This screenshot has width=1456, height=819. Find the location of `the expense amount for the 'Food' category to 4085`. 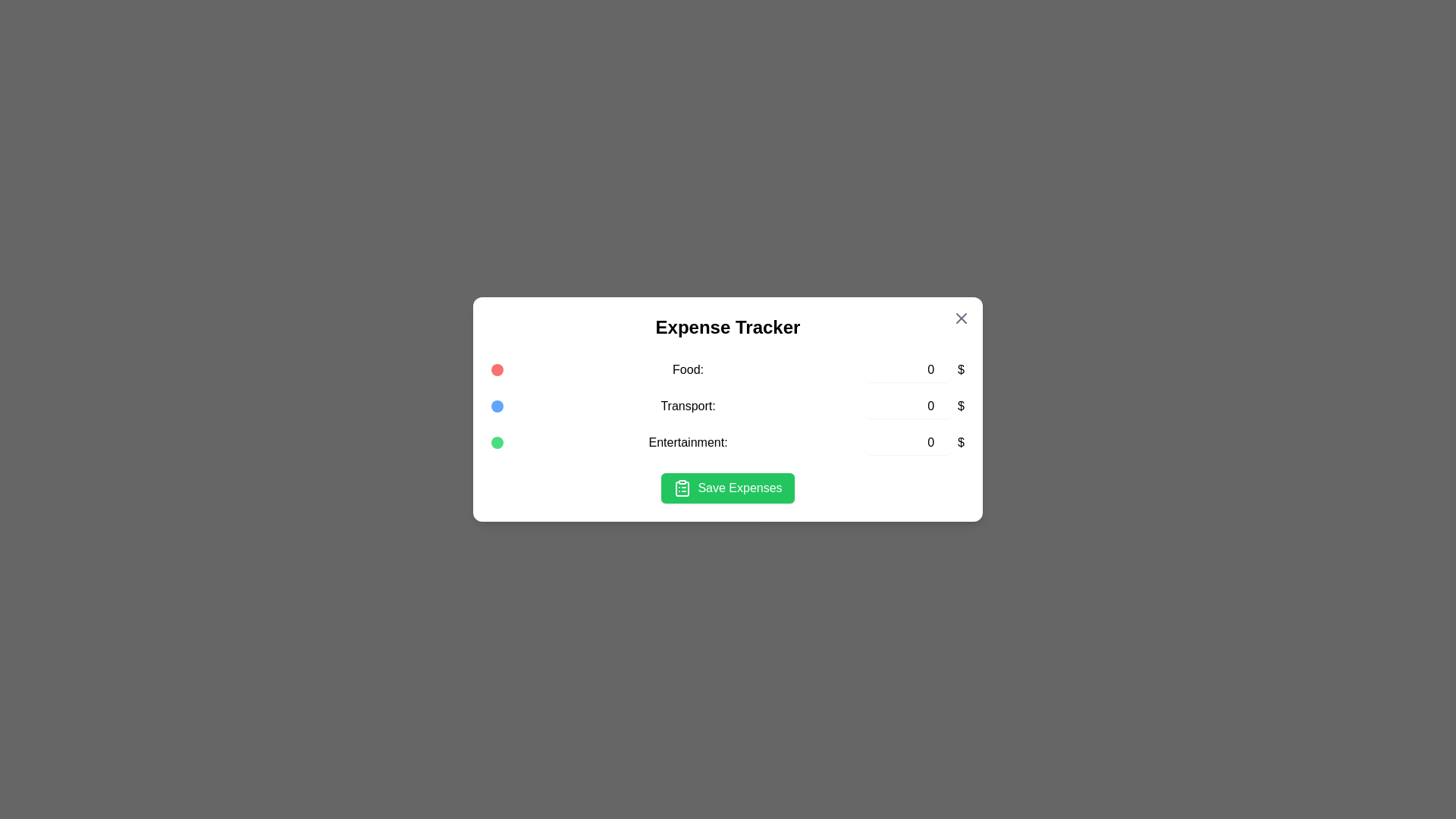

the expense amount for the 'Food' category to 4085 is located at coordinates (909, 370).